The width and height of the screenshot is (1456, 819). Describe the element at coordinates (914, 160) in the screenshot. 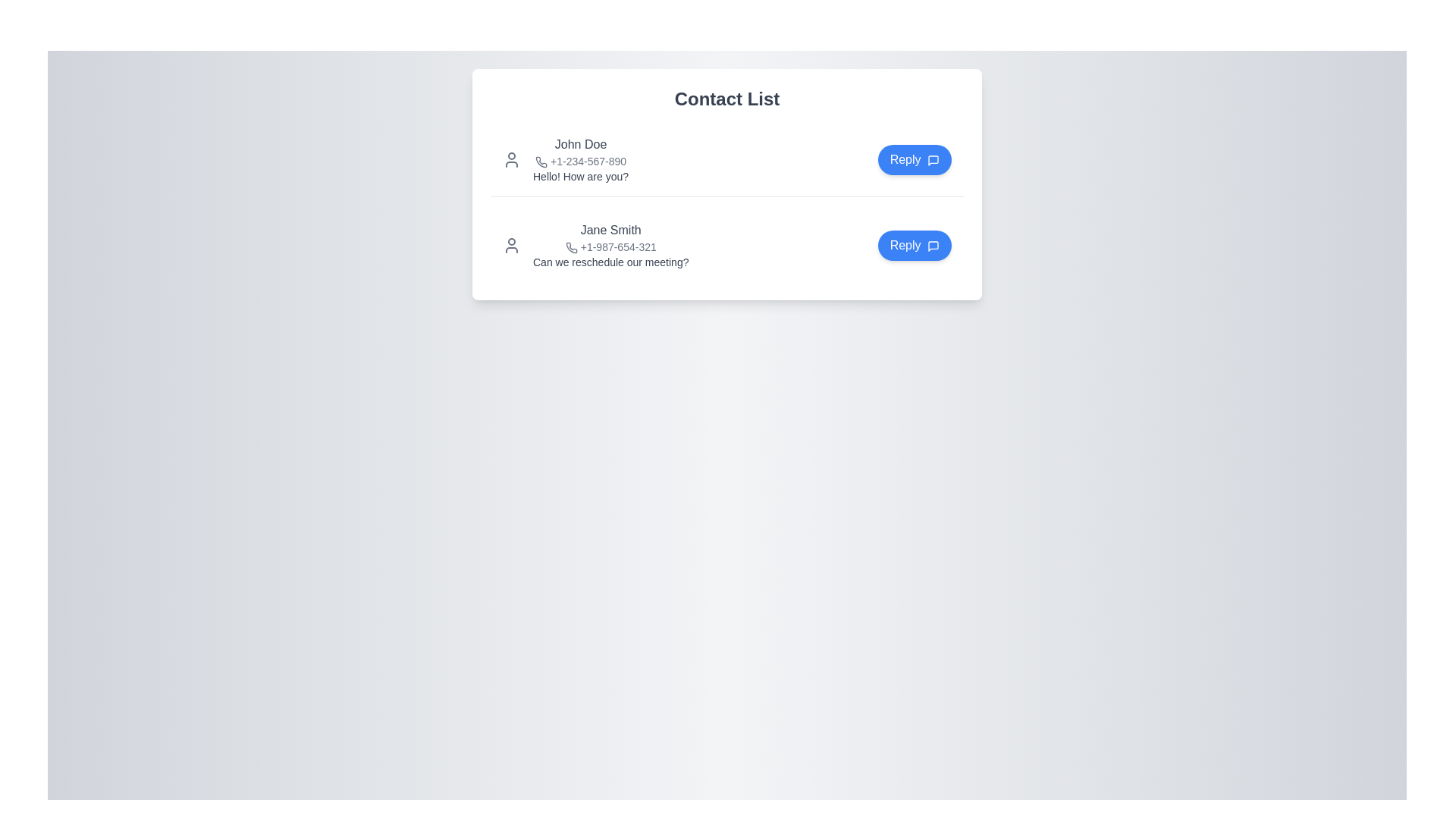

I see `the rounded rectangular 'Reply' button with a blue background and white text located in the top-right corner of the first user entry in the 'Contact List' card to reply to the message` at that location.